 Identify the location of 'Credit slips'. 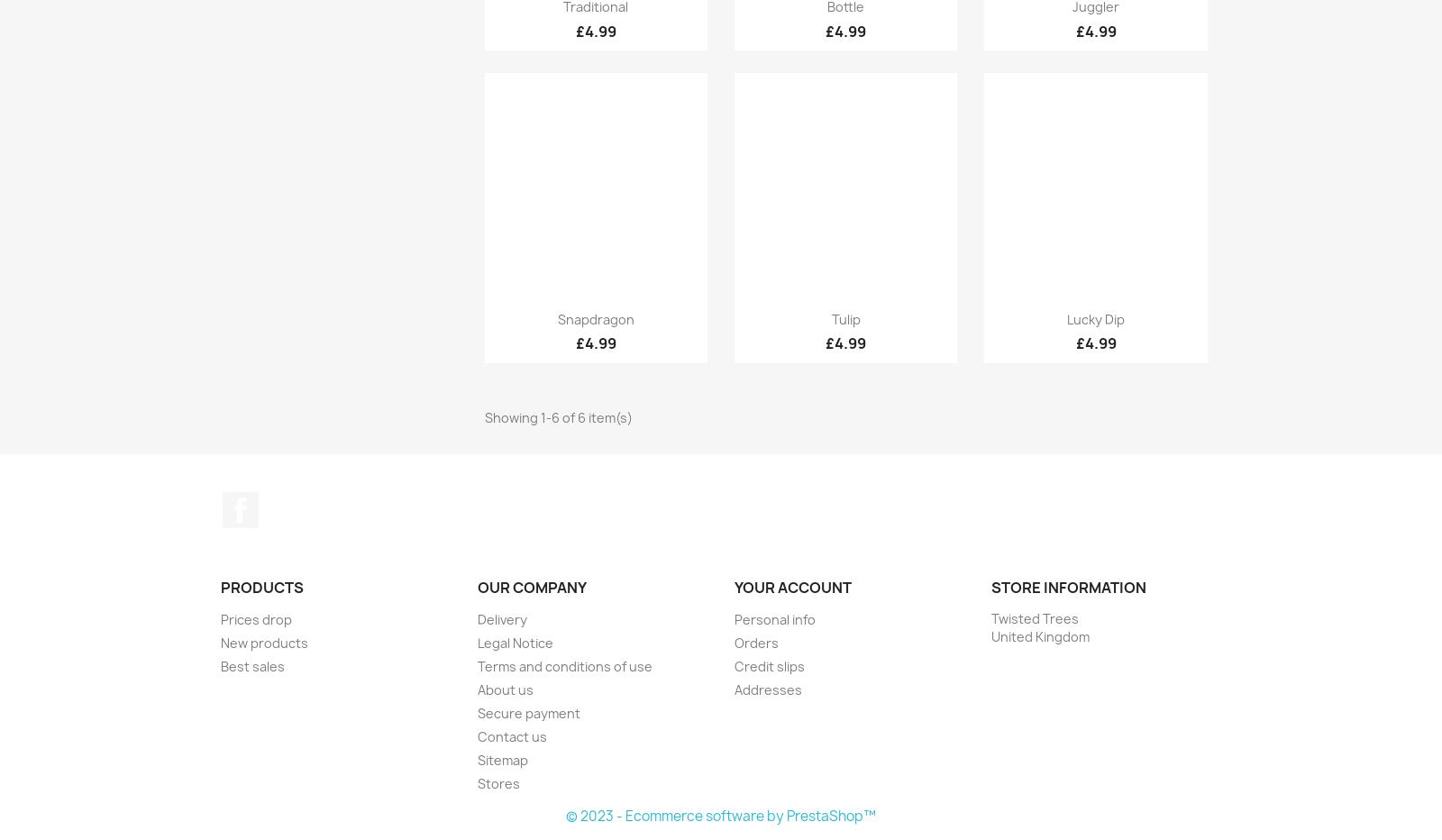
(768, 665).